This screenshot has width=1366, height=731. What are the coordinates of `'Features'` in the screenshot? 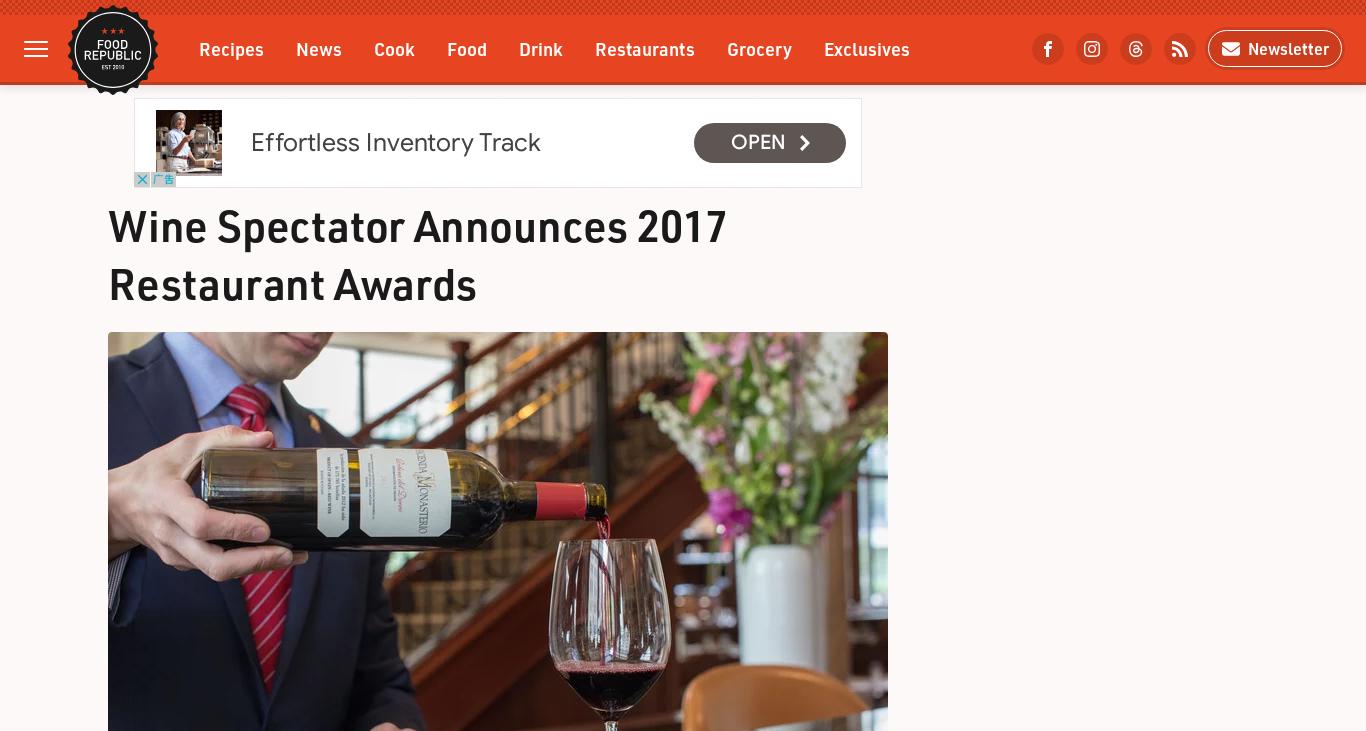 It's located at (234, 130).